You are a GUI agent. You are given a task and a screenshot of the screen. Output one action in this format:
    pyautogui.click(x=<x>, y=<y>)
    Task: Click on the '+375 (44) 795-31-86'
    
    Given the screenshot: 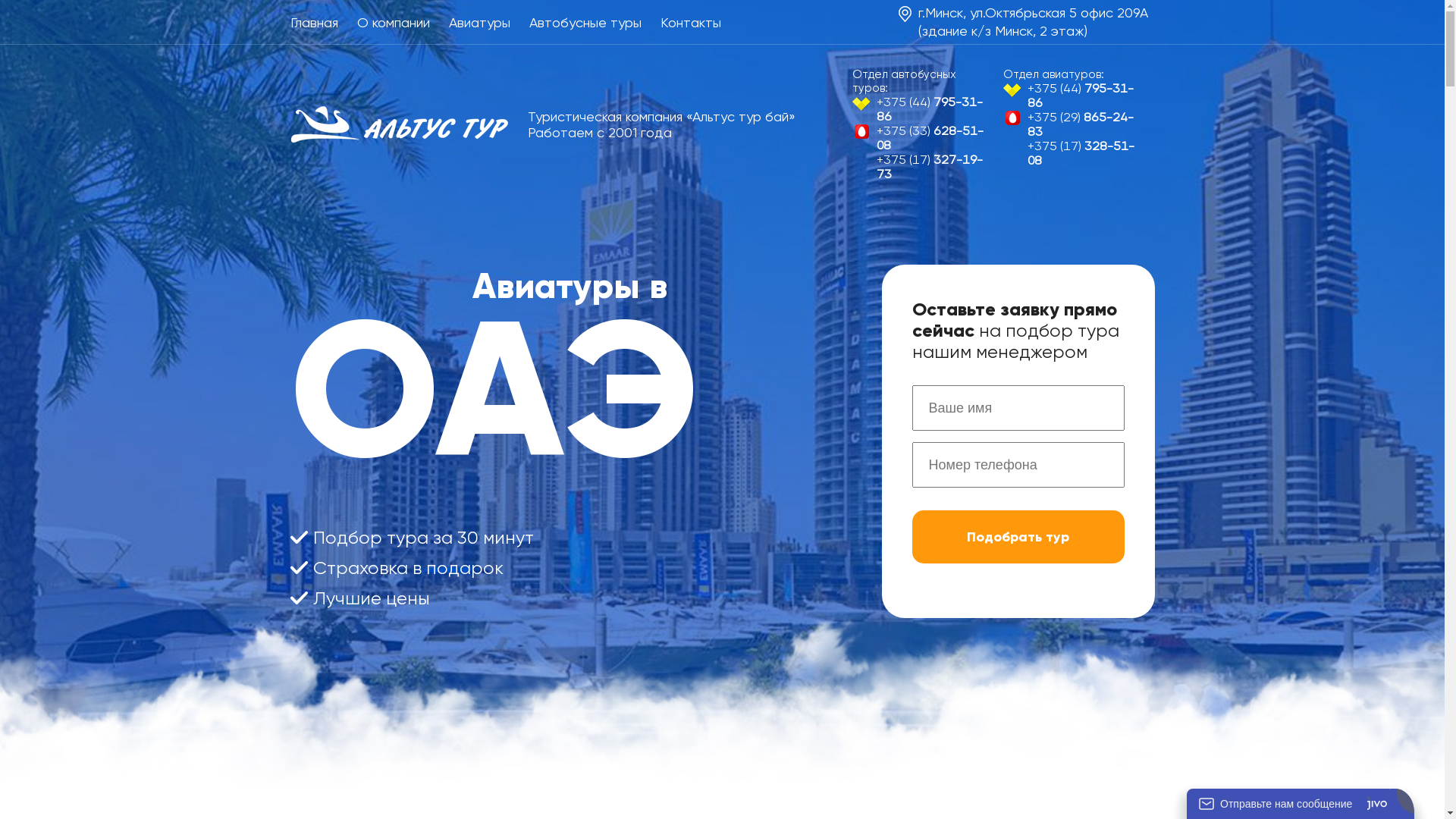 What is the action you would take?
    pyautogui.click(x=1072, y=96)
    